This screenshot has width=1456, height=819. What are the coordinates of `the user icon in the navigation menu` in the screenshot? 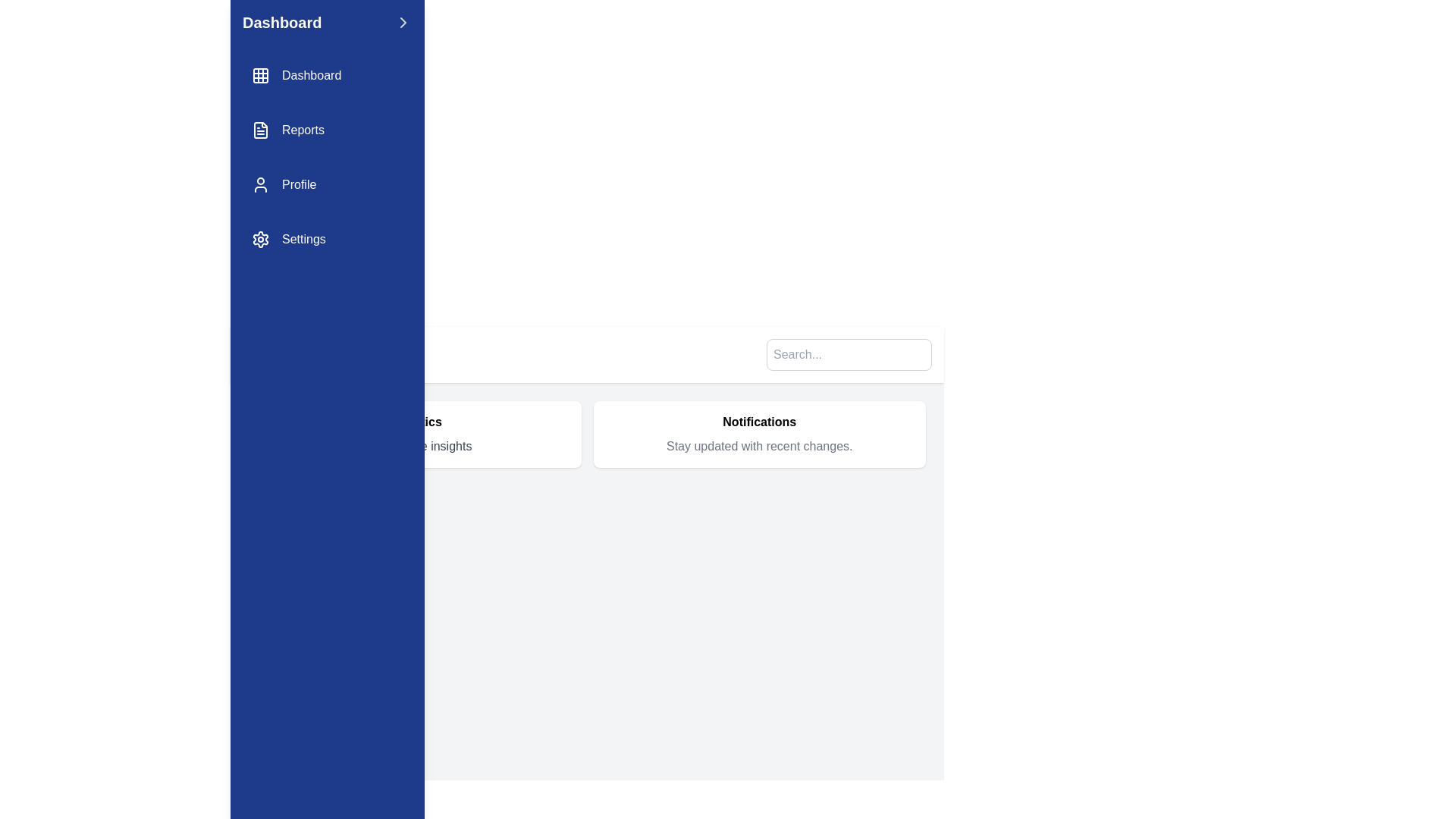 It's located at (261, 184).